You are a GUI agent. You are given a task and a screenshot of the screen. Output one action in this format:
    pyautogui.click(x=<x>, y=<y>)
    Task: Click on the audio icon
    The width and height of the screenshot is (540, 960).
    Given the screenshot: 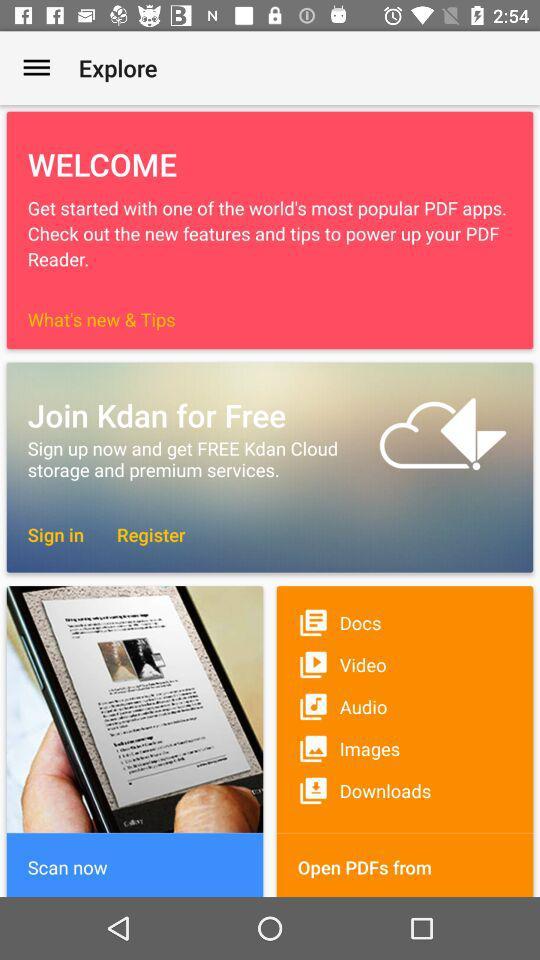 What is the action you would take?
    pyautogui.click(x=405, y=706)
    